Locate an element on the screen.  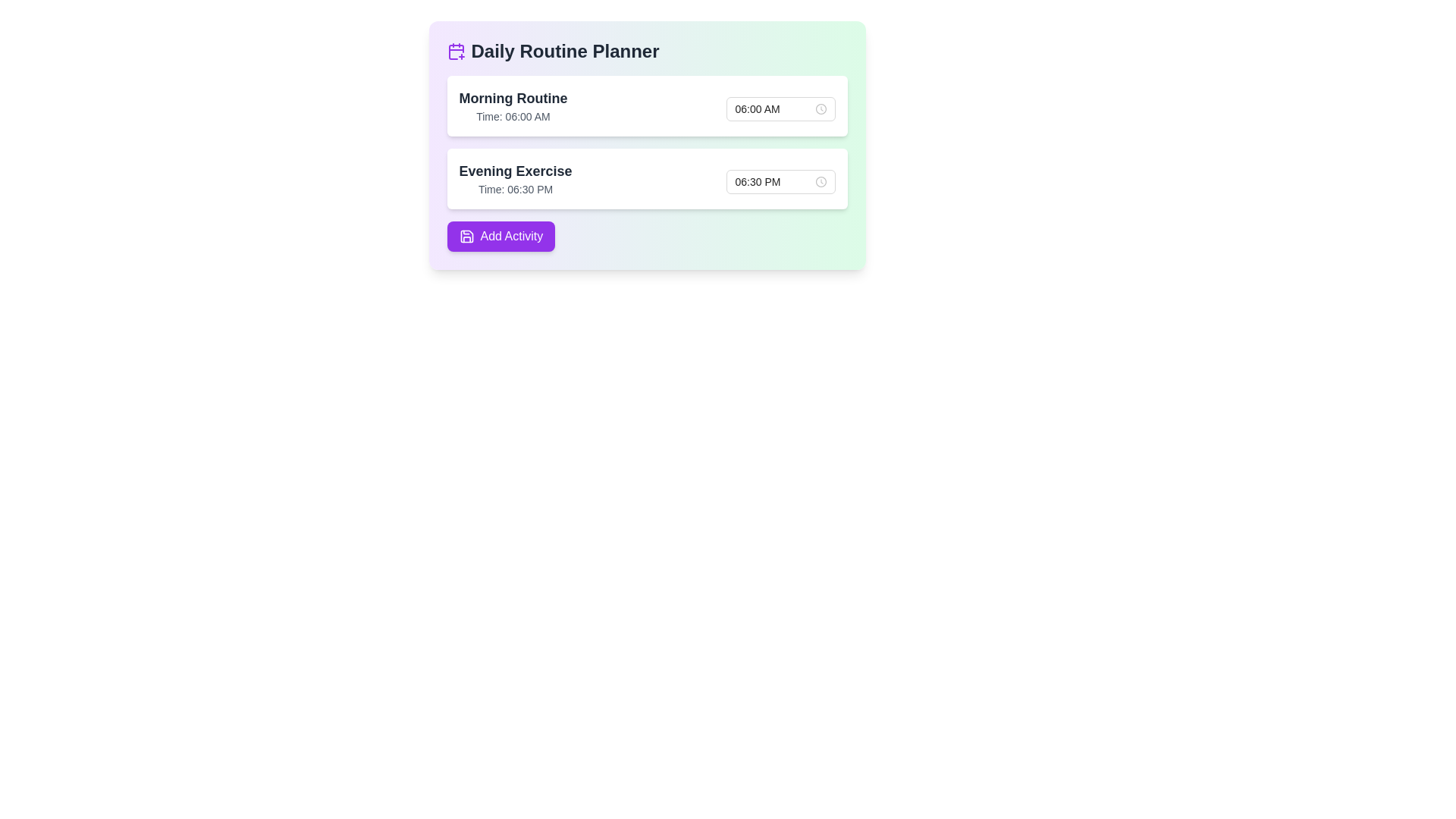
text snippet that states 'Time: 06:00 AM', styled in gray color, located below the 'Morning Routine' header in the upper-left card of the interface is located at coordinates (513, 116).